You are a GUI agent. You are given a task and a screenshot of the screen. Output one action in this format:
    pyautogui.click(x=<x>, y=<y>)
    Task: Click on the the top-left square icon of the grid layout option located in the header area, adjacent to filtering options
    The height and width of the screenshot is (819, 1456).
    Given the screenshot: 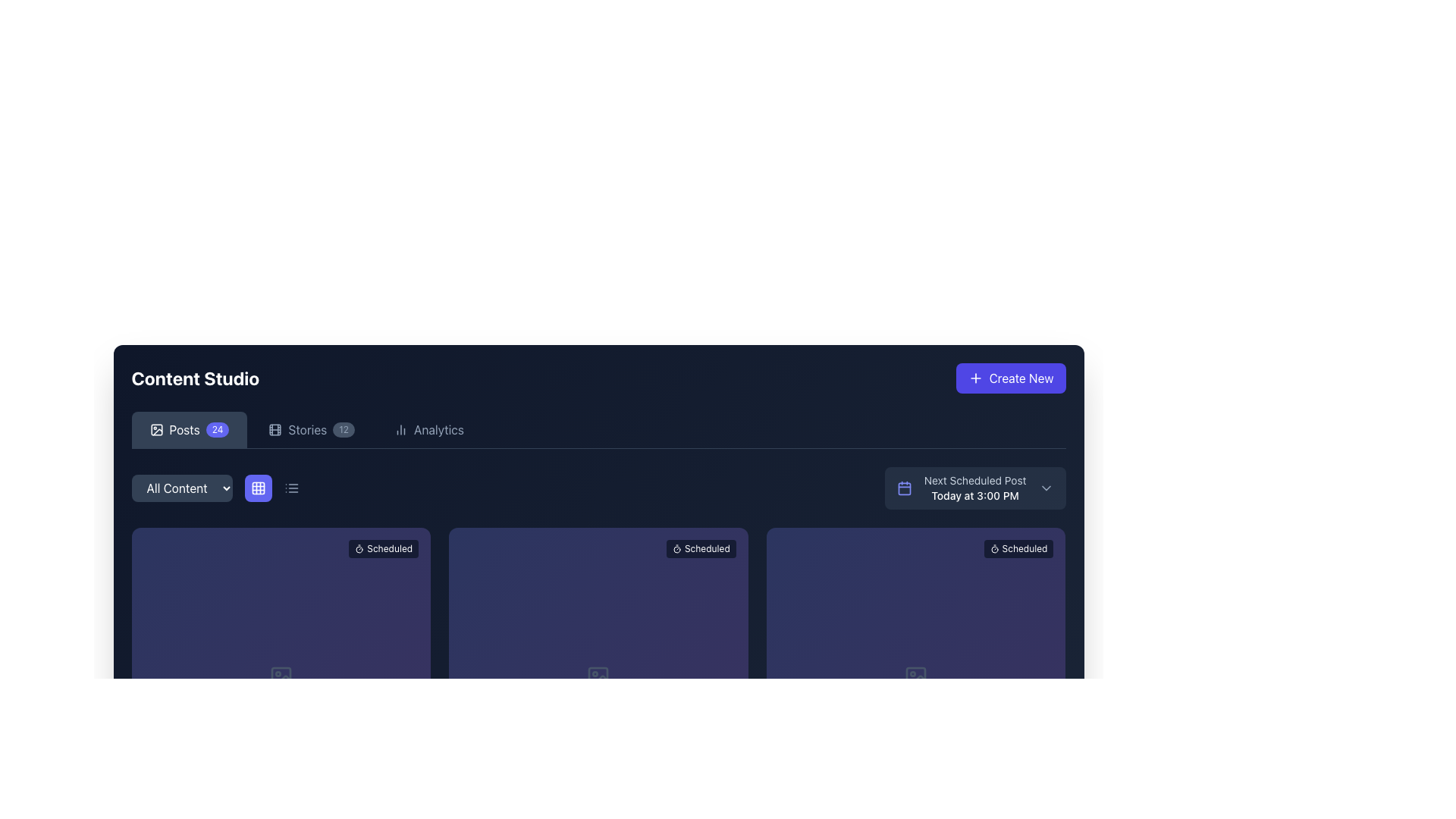 What is the action you would take?
    pyautogui.click(x=258, y=488)
    